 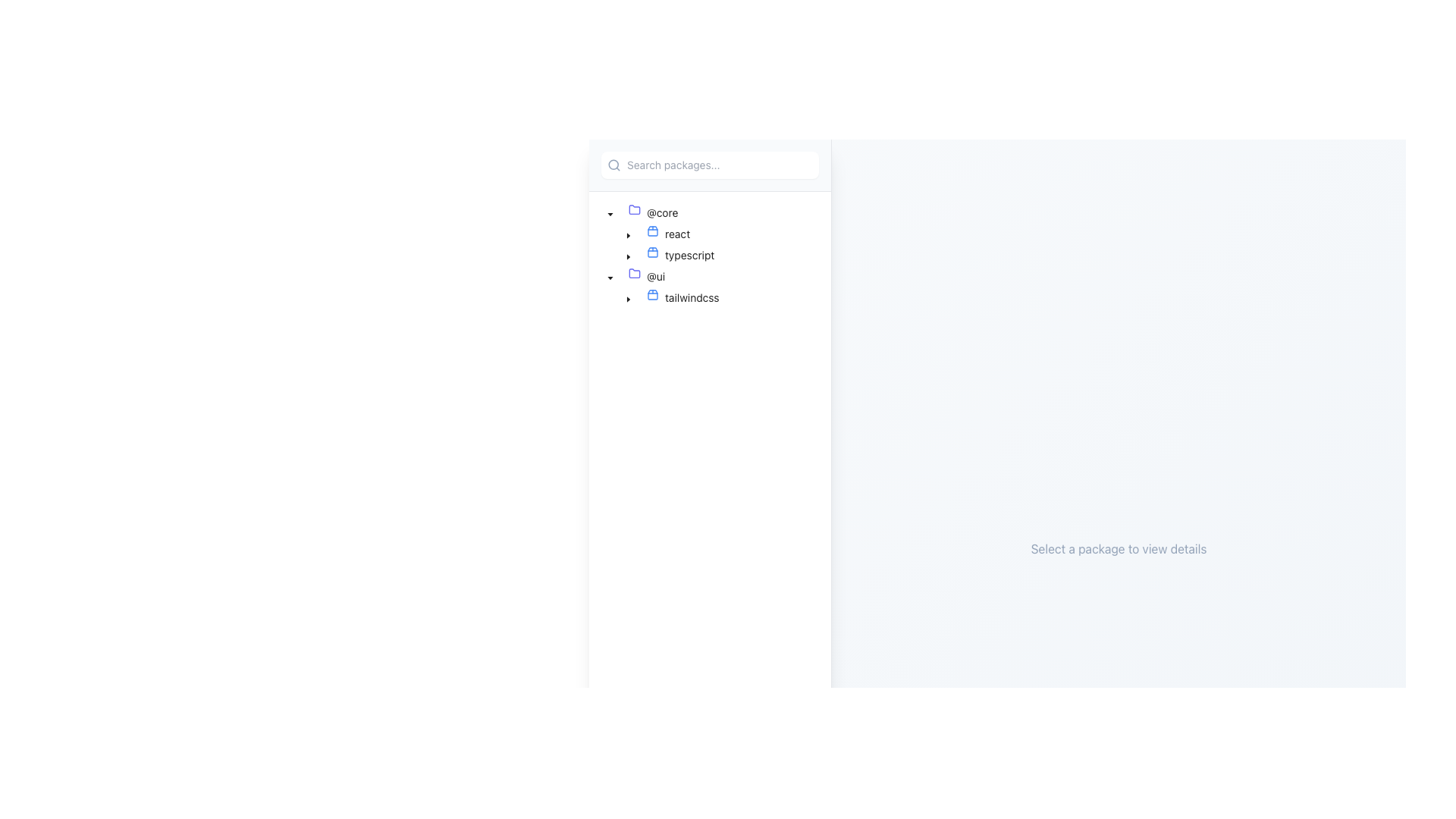 What do you see at coordinates (691, 297) in the screenshot?
I see `the text label in the tree node labeled 'tailwindcss'` at bounding box center [691, 297].